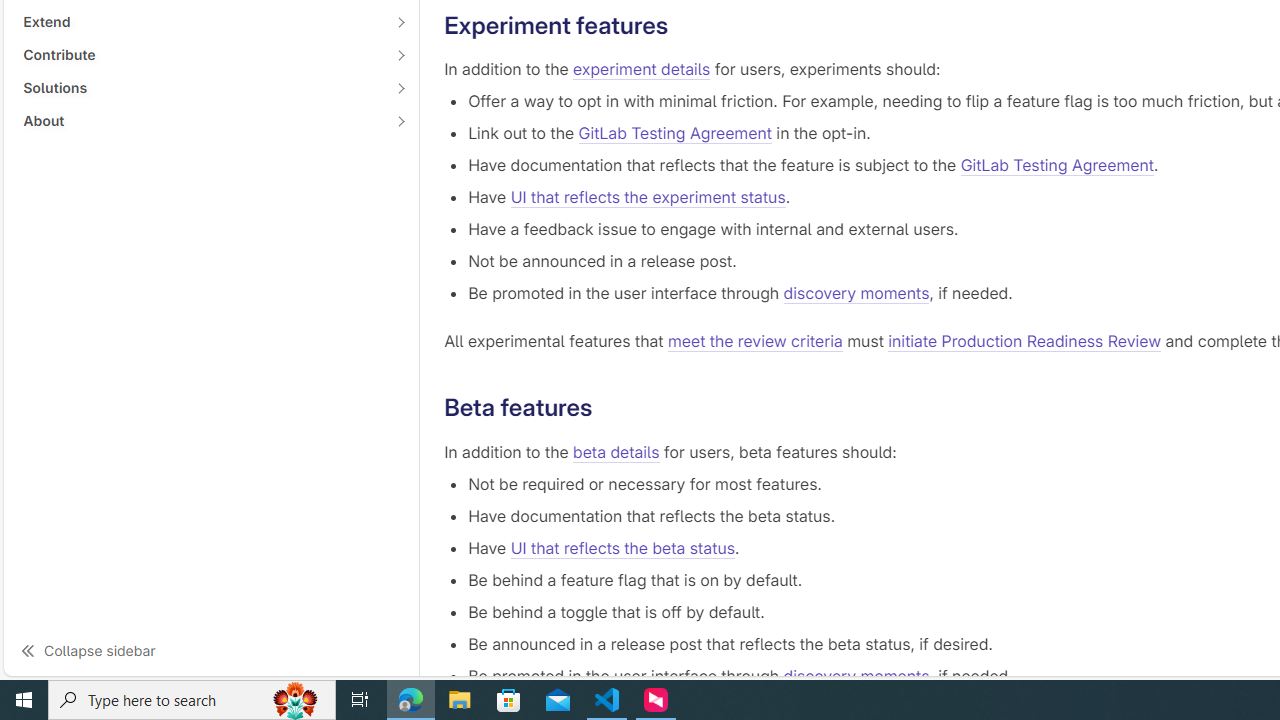 The width and height of the screenshot is (1280, 720). Describe the element at coordinates (621, 547) in the screenshot. I see `'UI that reflects the beta status'` at that location.